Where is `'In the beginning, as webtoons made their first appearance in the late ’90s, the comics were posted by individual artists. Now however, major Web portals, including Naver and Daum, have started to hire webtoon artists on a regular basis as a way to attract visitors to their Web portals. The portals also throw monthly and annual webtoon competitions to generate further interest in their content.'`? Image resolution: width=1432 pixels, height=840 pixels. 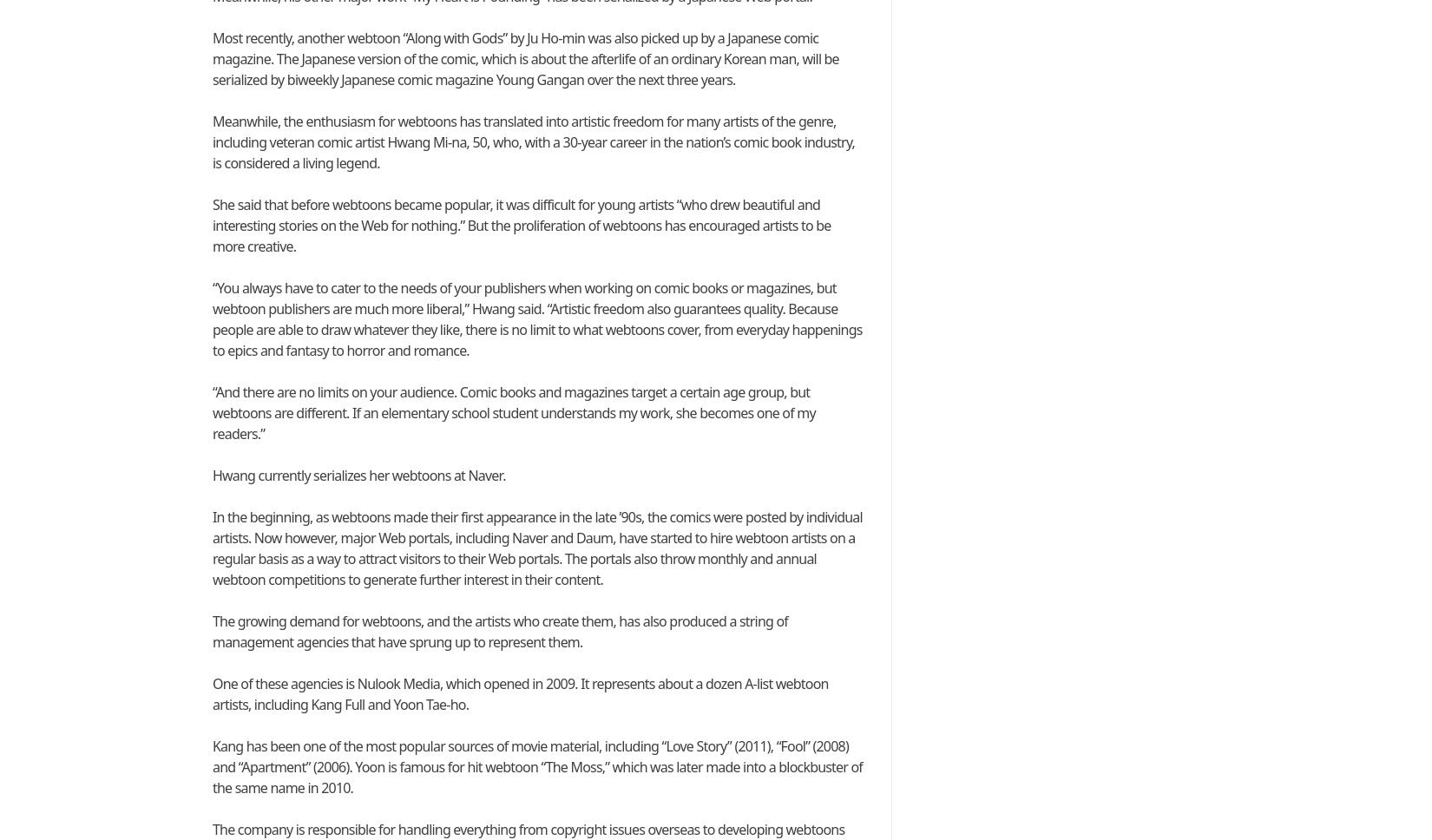
'In the beginning, as webtoons made their first appearance in the late ’90s, the comics were posted by individual artists. Now however, major Web portals, including Naver and Daum, have started to hire webtoon artists on a regular basis as a way to attract visitors to their Web portals. The portals also throw monthly and annual webtoon competitions to generate further interest in their content.' is located at coordinates (536, 548).